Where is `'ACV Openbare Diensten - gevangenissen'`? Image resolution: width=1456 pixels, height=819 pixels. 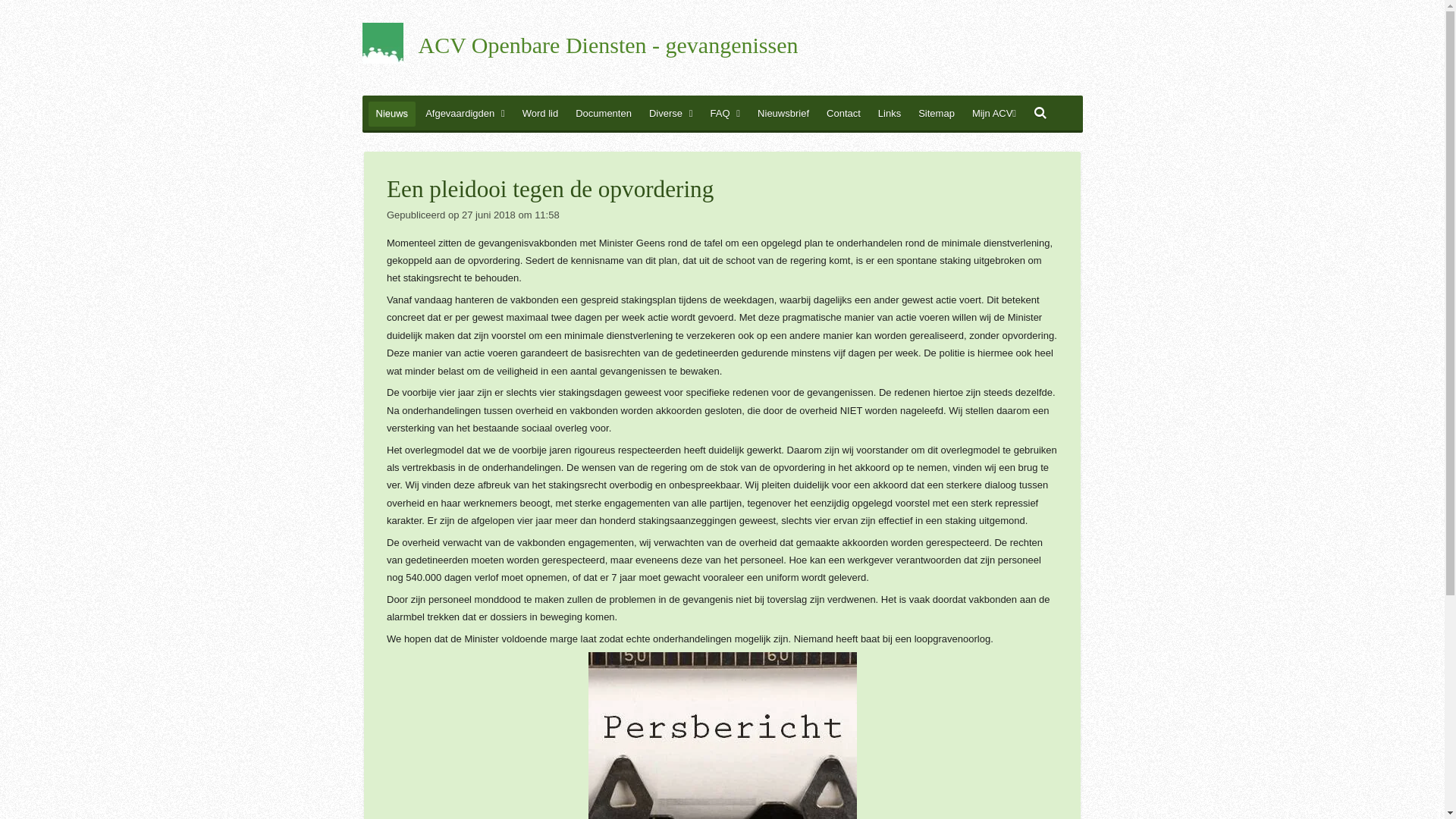
'ACV Openbare Diensten - gevangenissen' is located at coordinates (608, 45).